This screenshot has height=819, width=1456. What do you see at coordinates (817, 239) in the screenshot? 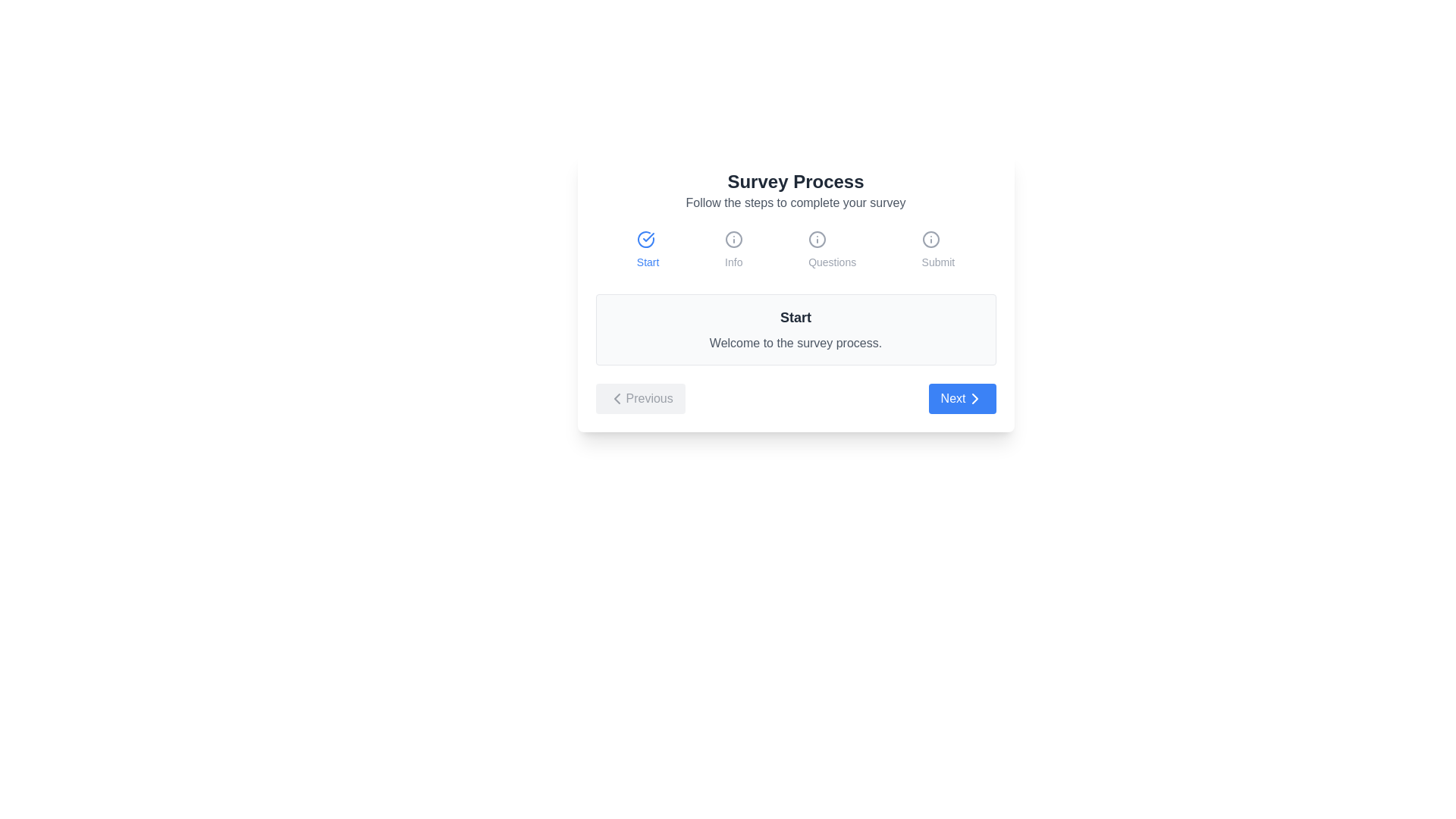
I see `the circular icon with an encircled lowercase 'i' symbol` at bounding box center [817, 239].